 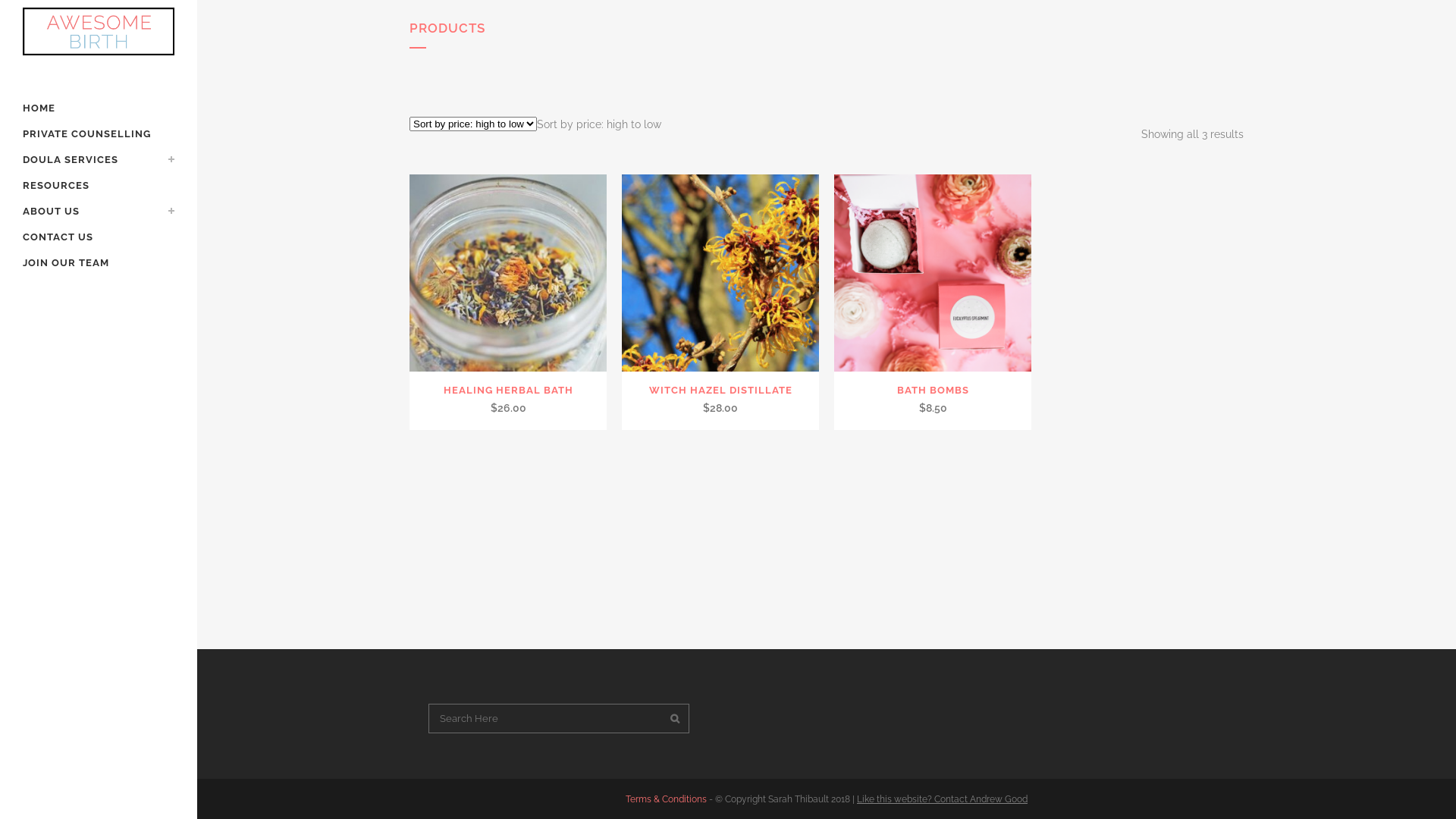 What do you see at coordinates (97, 107) in the screenshot?
I see `'HOME'` at bounding box center [97, 107].